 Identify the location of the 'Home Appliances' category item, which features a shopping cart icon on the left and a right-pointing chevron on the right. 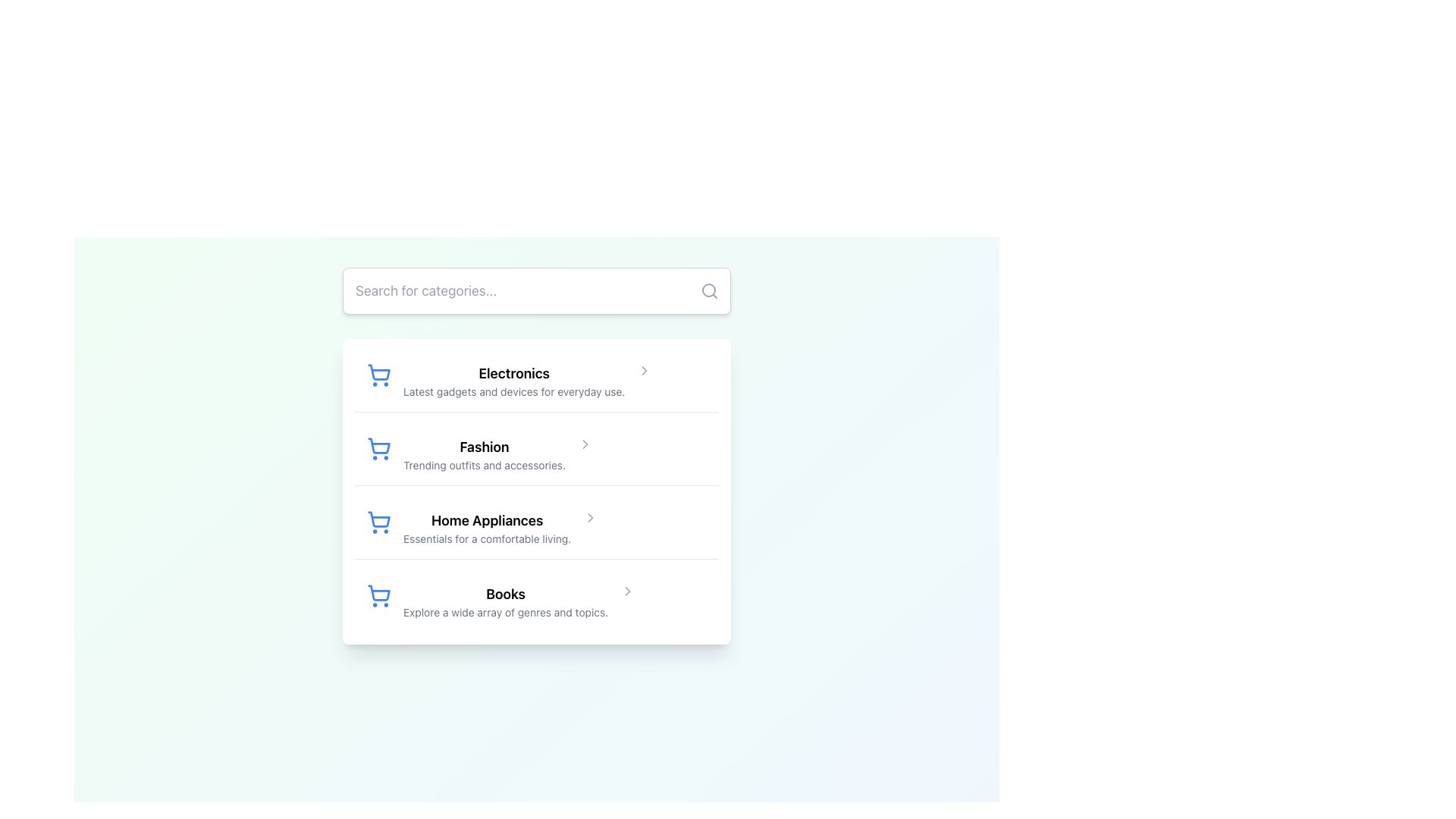
(537, 528).